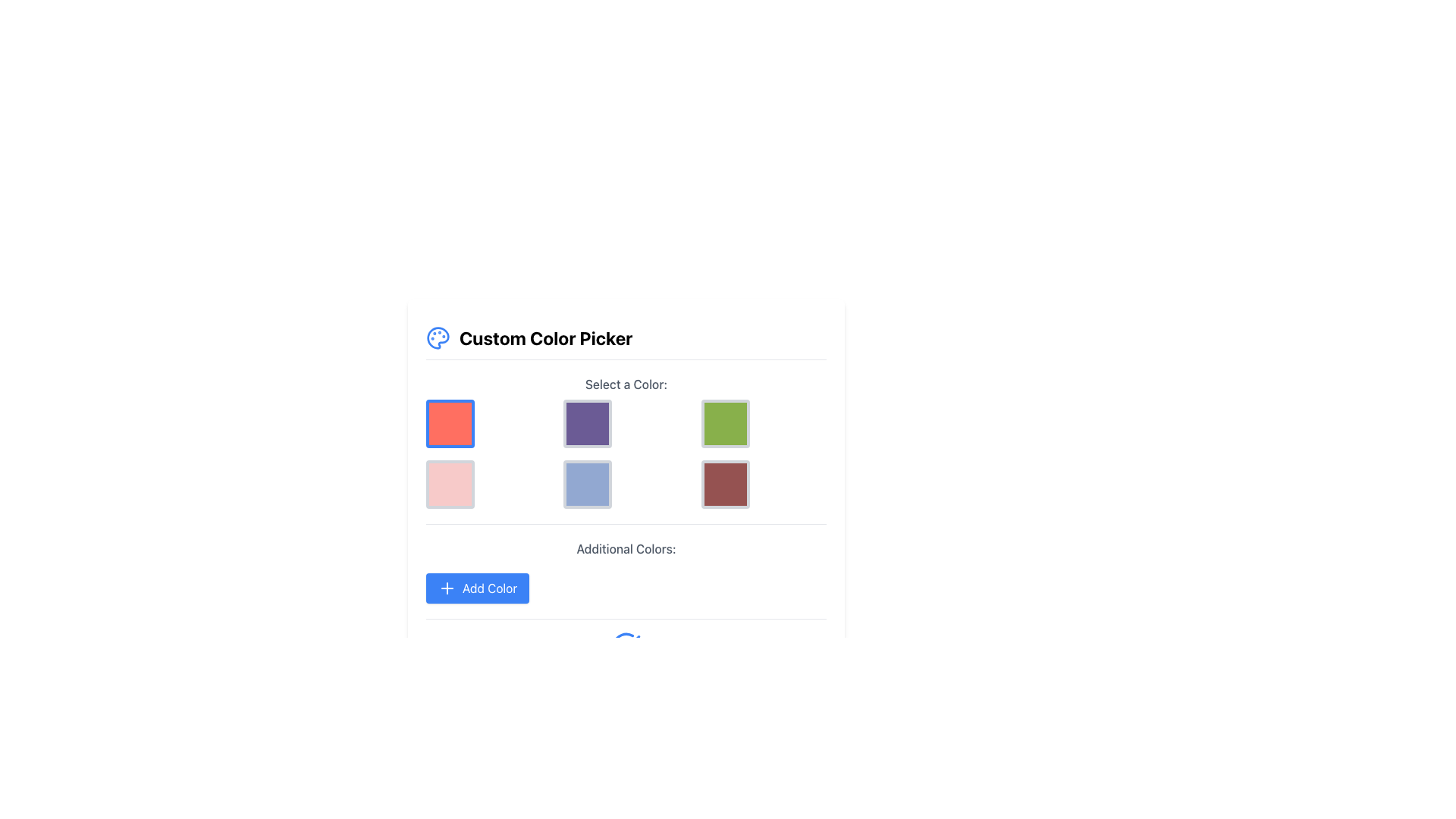 This screenshot has height=819, width=1456. Describe the element at coordinates (724, 485) in the screenshot. I see `the clickable color swatch with a reddish-brown fill color located in the bottom-right corner of the grid layout` at that location.